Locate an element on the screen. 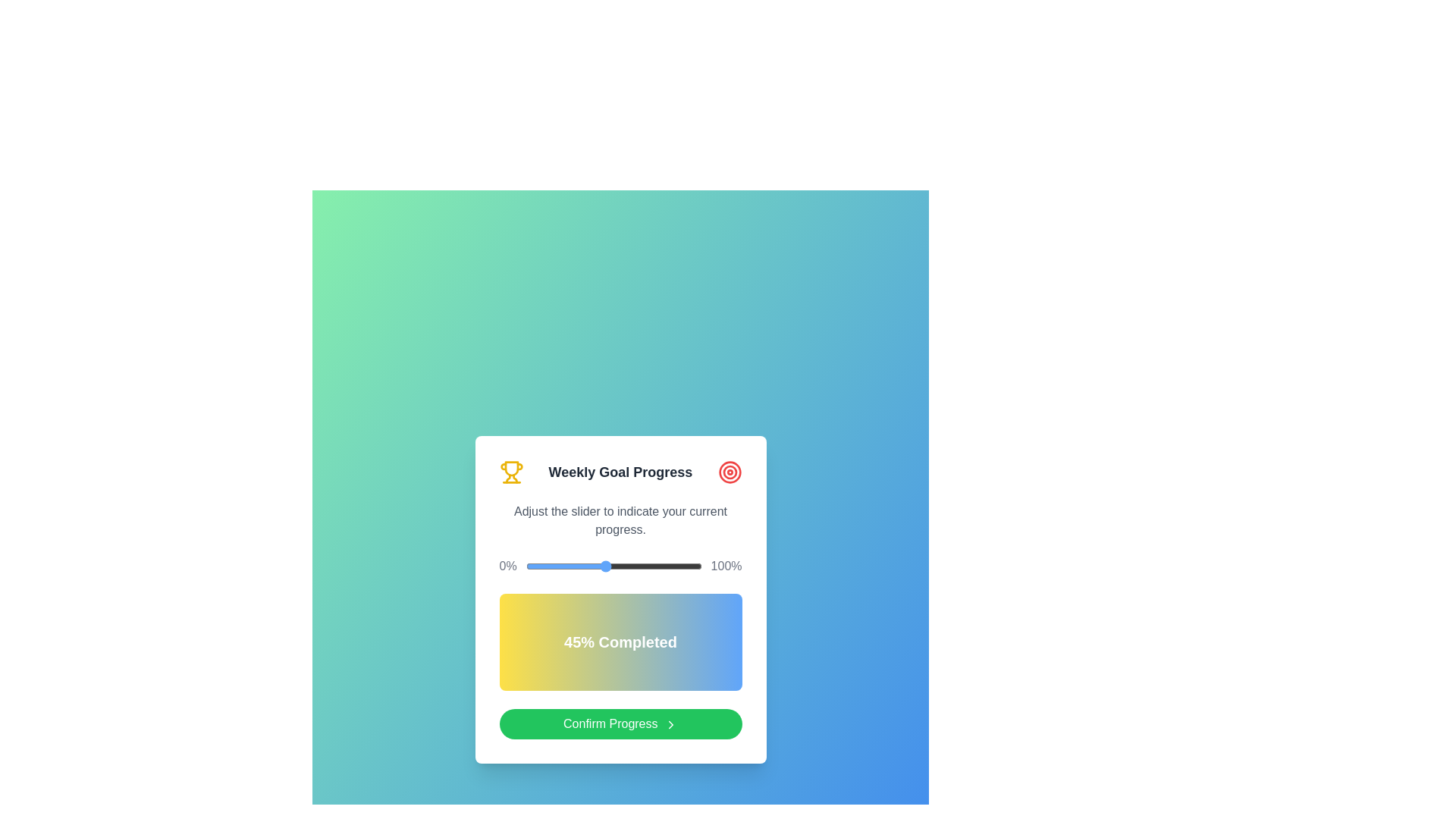 This screenshot has width=1456, height=819. the slider to set the progress percentage to 42 is located at coordinates (599, 566).